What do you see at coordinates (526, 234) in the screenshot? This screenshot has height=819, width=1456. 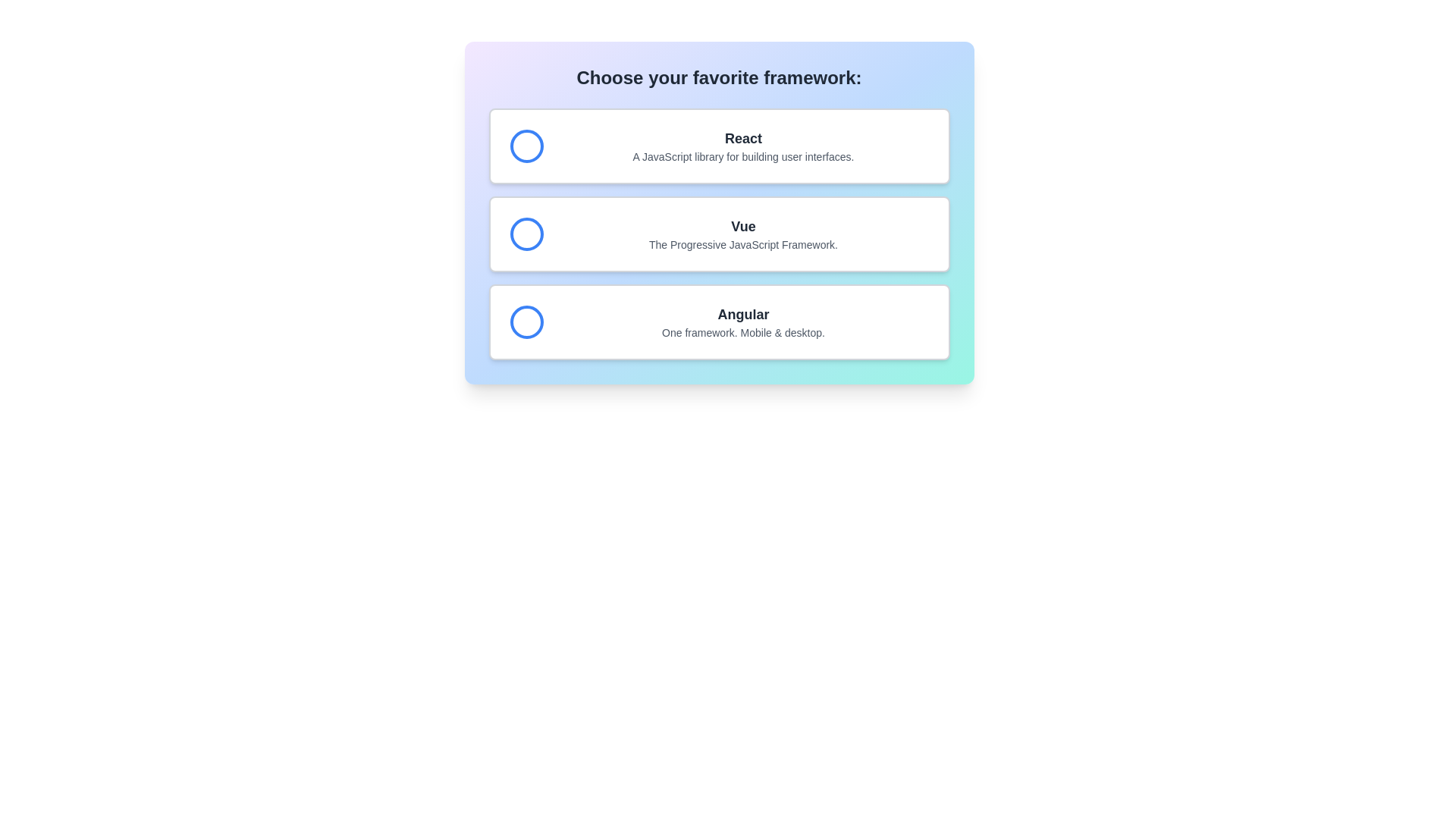 I see `the radio button indicator for selecting the 'Vue' framework option located in the second option row of the vertical list of framework choices` at bounding box center [526, 234].